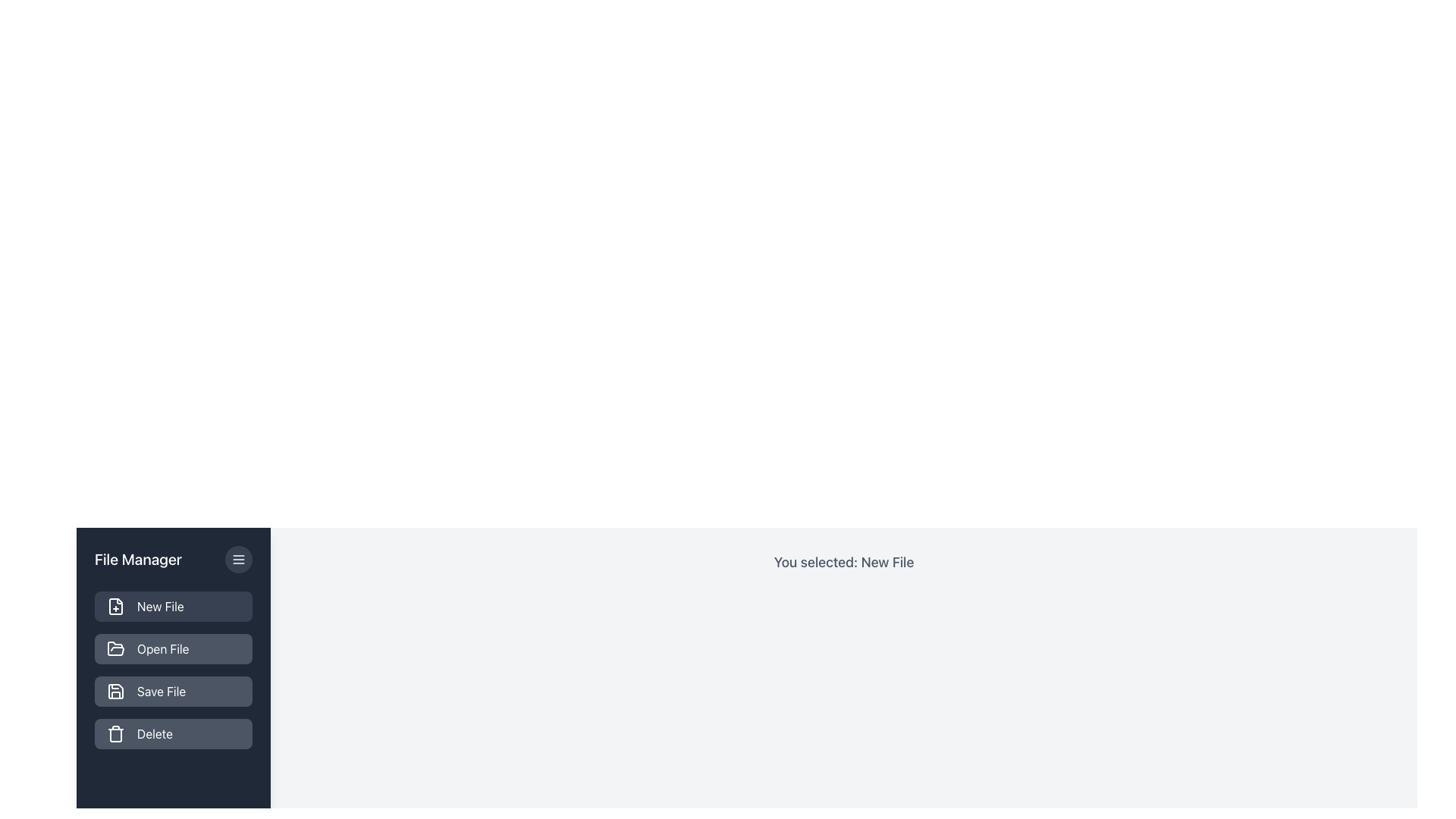 The width and height of the screenshot is (1456, 819). What do you see at coordinates (115, 648) in the screenshot?
I see `the 'Open File' button which contains an icon resembling an open folder, located in a vertical stack of buttons in the sidebar` at bounding box center [115, 648].